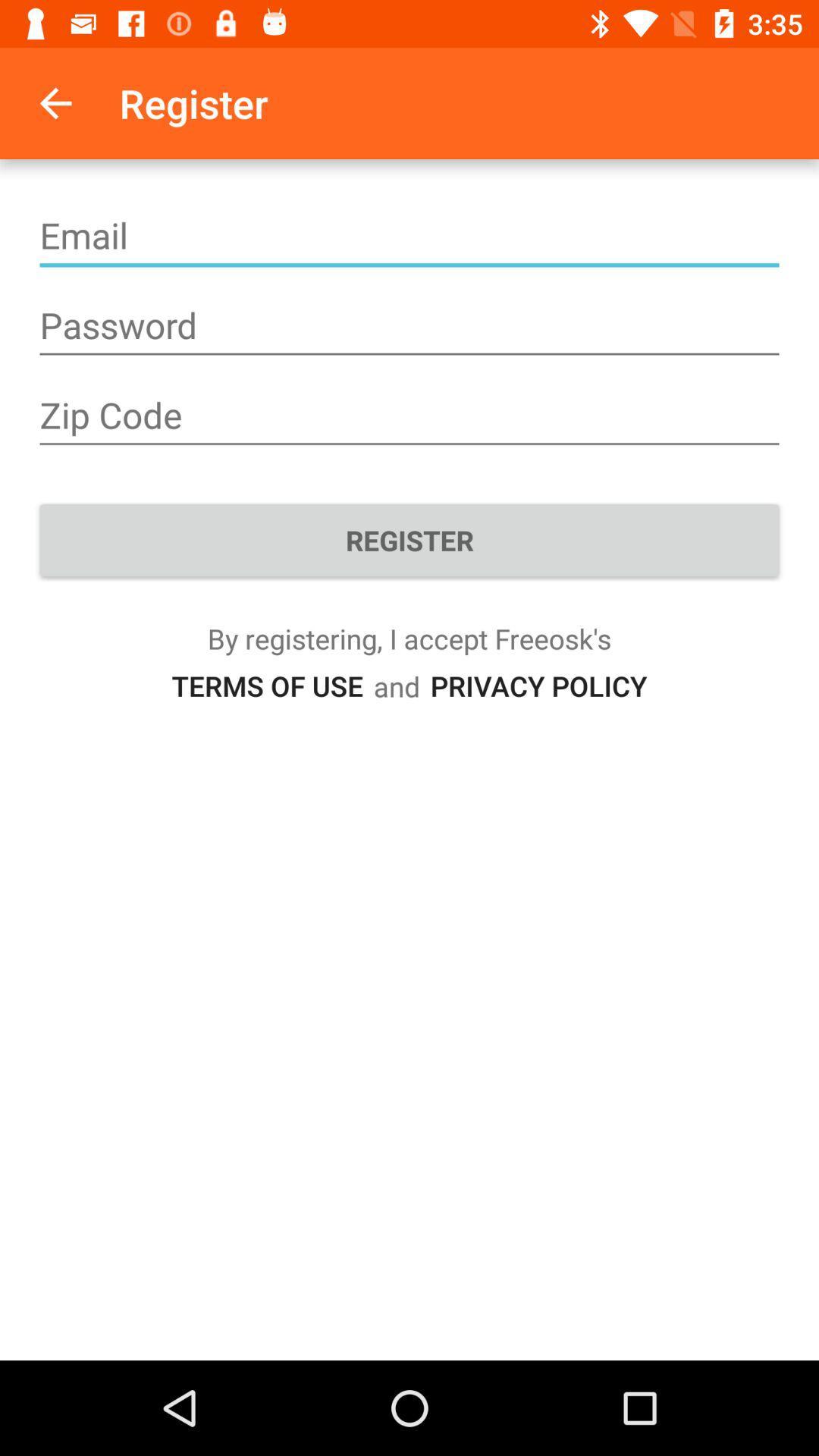 The width and height of the screenshot is (819, 1456). I want to click on item next to the and, so click(266, 685).